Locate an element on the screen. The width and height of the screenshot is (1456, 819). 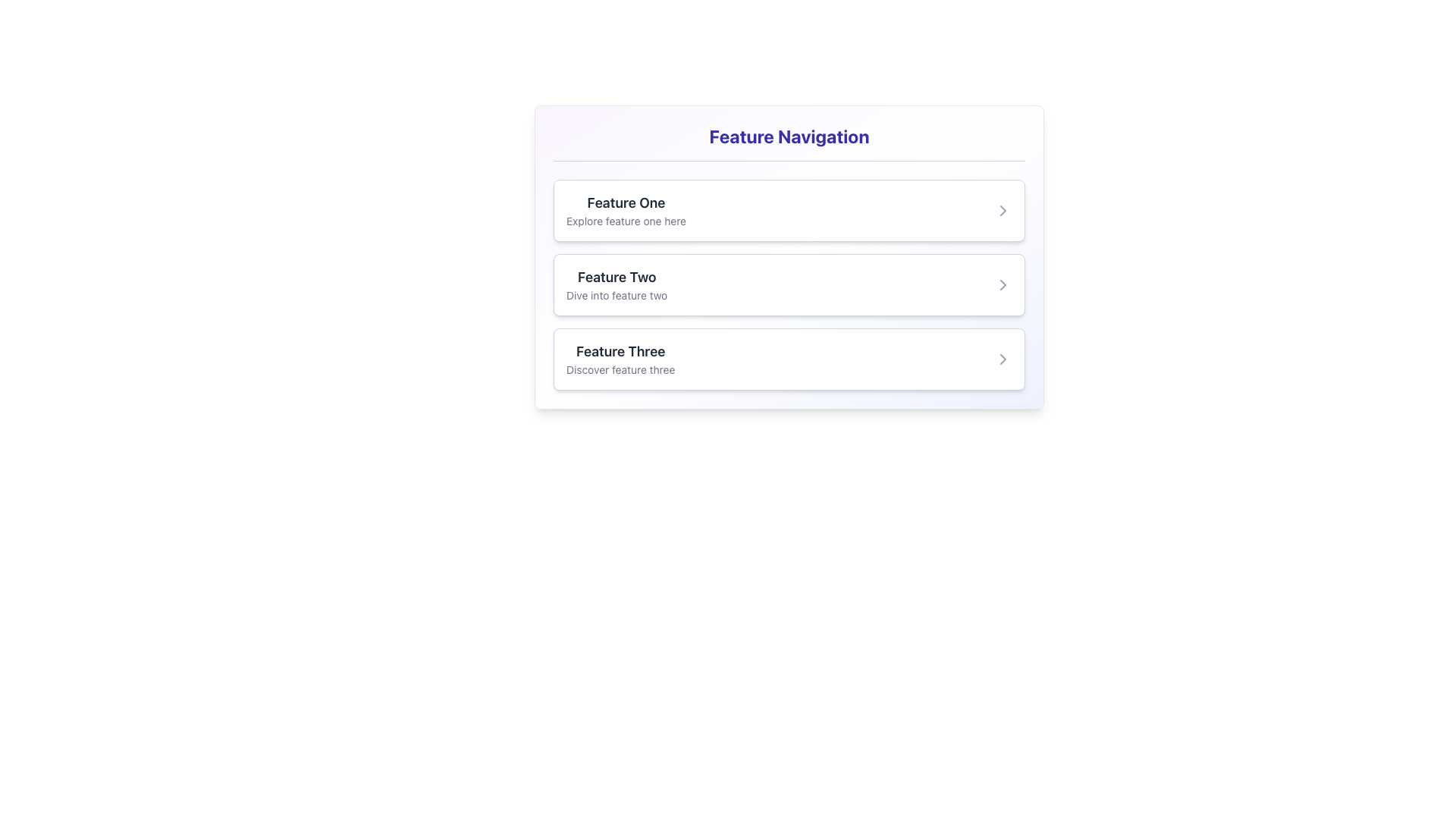
the text label displaying 'Dive into feature two', which is styled in a smaller gray font and positioned beneath the larger text label 'Feature Two' is located at coordinates (617, 295).